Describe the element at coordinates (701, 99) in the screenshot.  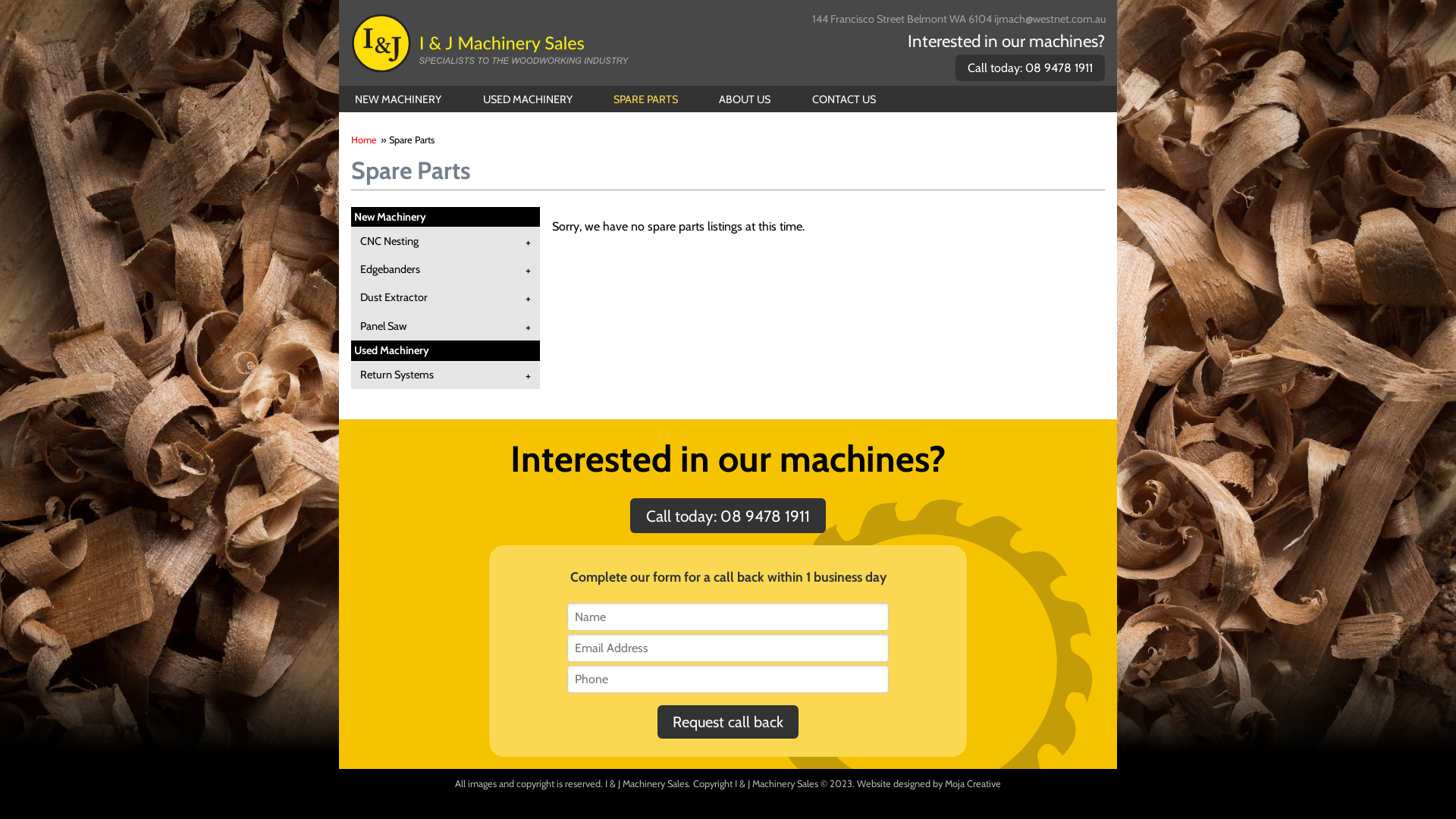
I see `'ABOUT US'` at that location.